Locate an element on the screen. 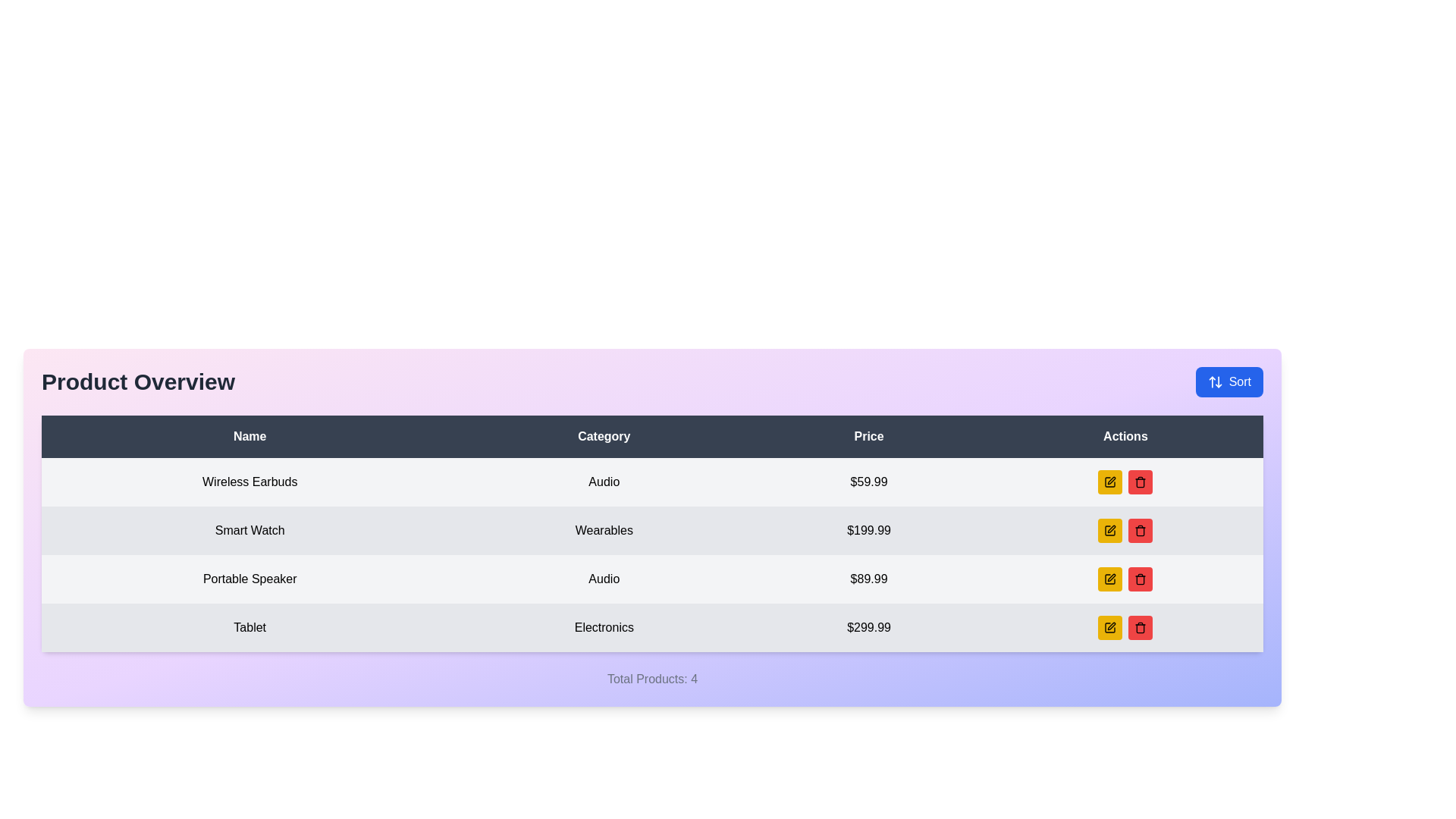  the edit icon button located in the last row of the actions column in the table is located at coordinates (1112, 529).